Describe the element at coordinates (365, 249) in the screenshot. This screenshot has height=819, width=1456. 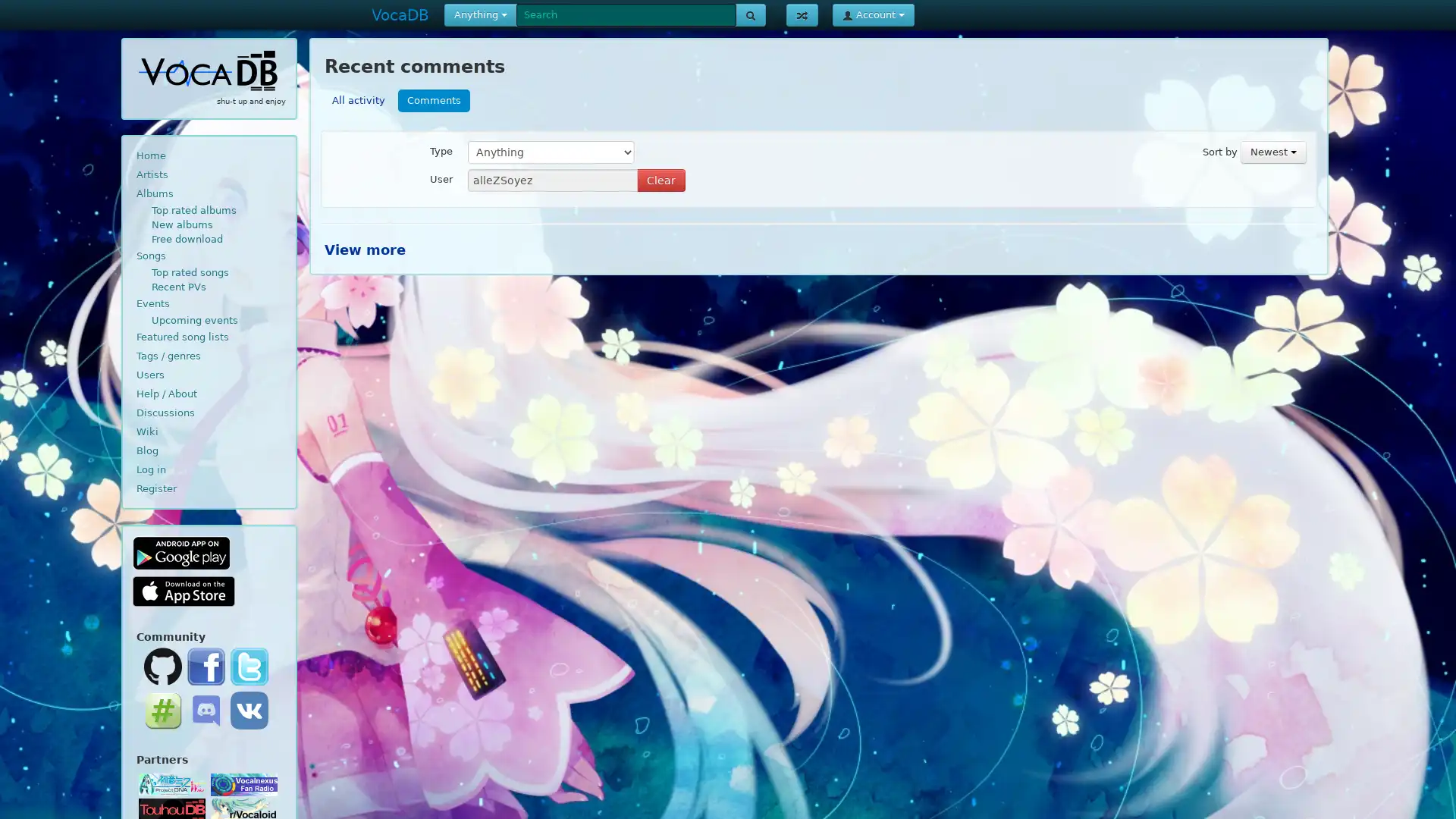
I see `View more` at that location.